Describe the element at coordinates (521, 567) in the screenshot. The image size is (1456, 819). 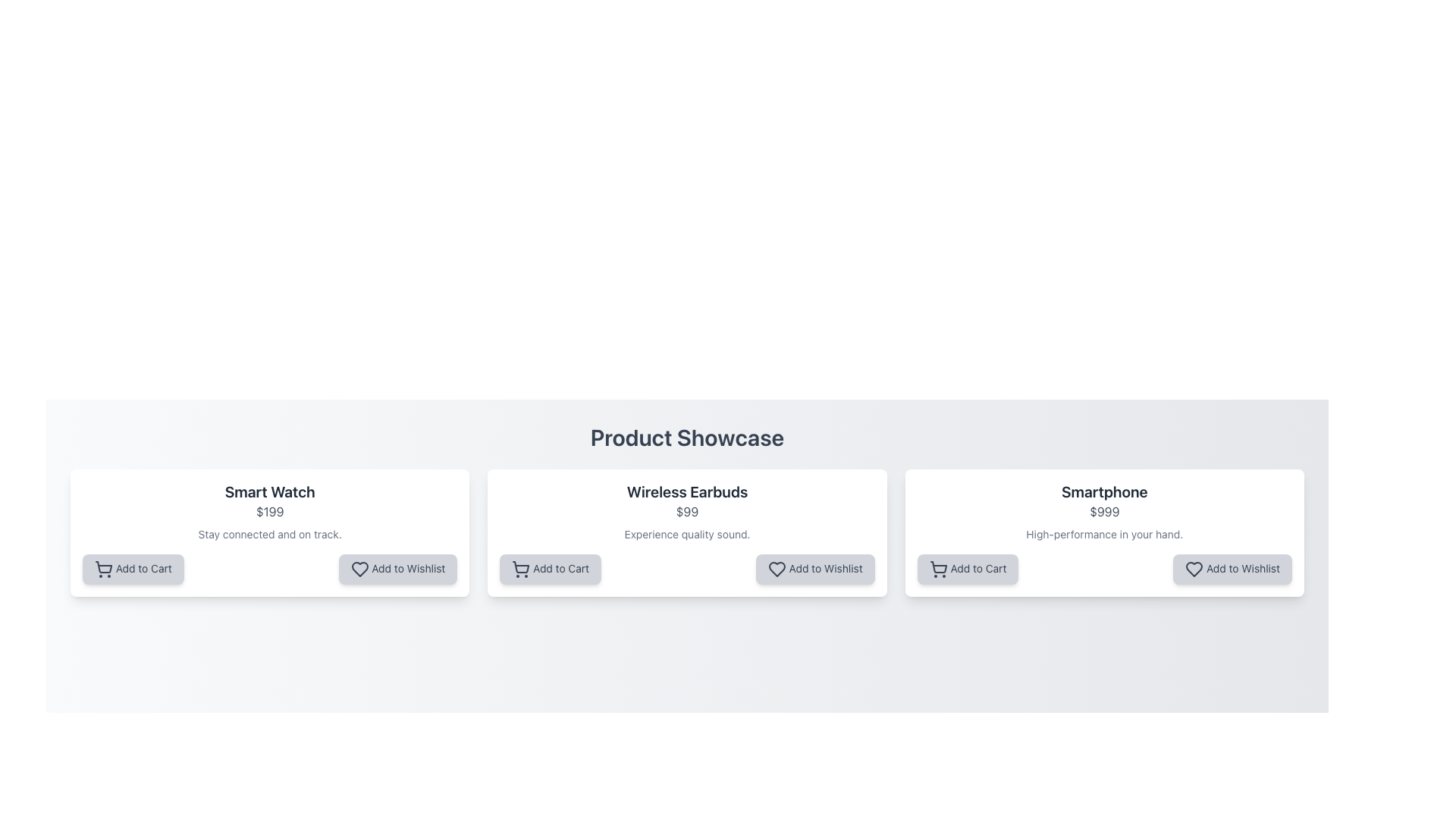
I see `the shopping cart icon within the 'Add to Cart' button located under the 'Wireless Earbuds' product card` at that location.